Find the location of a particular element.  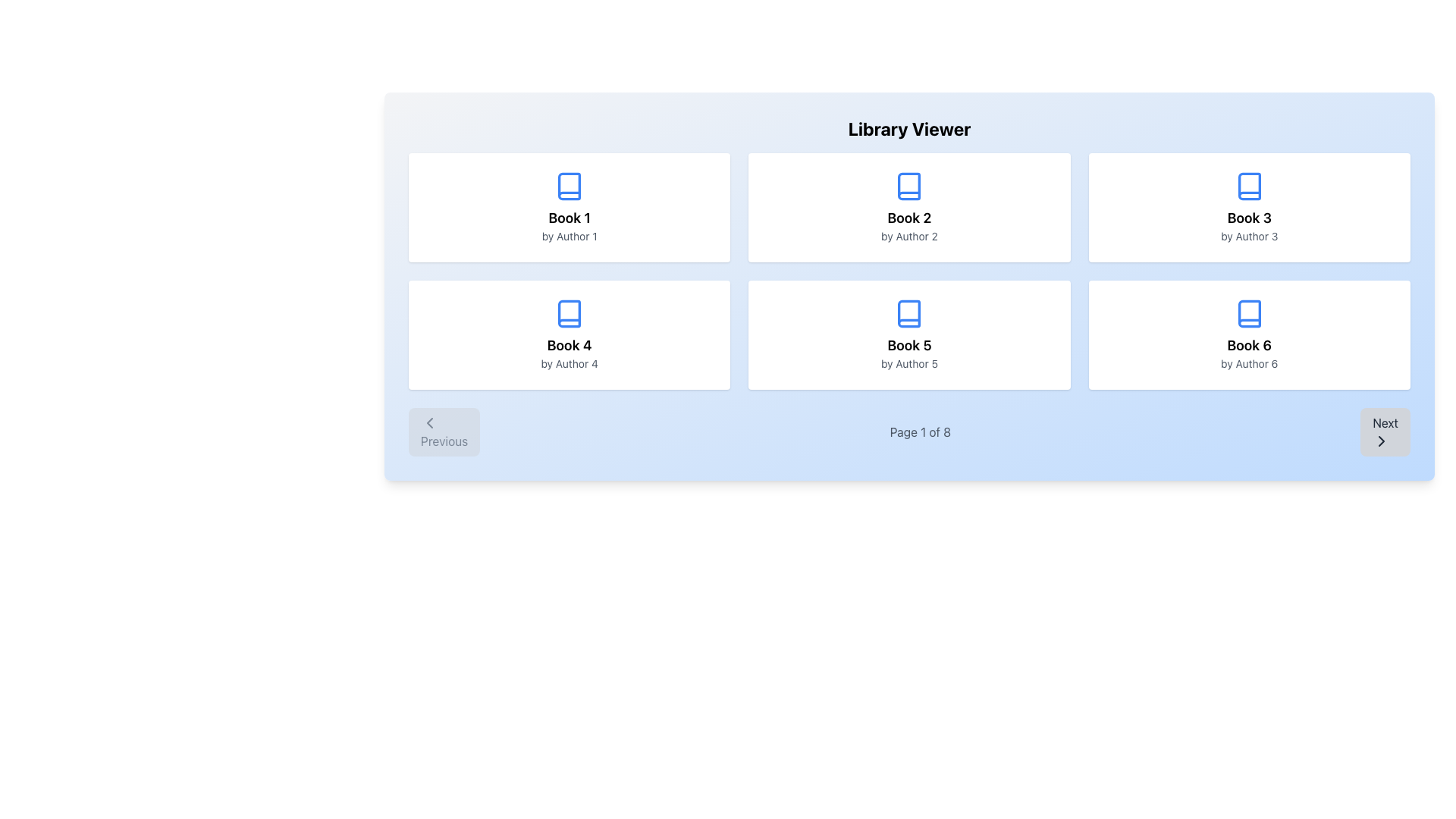

the 'Previous' button located at the bottom left of the interface is located at coordinates (444, 432).